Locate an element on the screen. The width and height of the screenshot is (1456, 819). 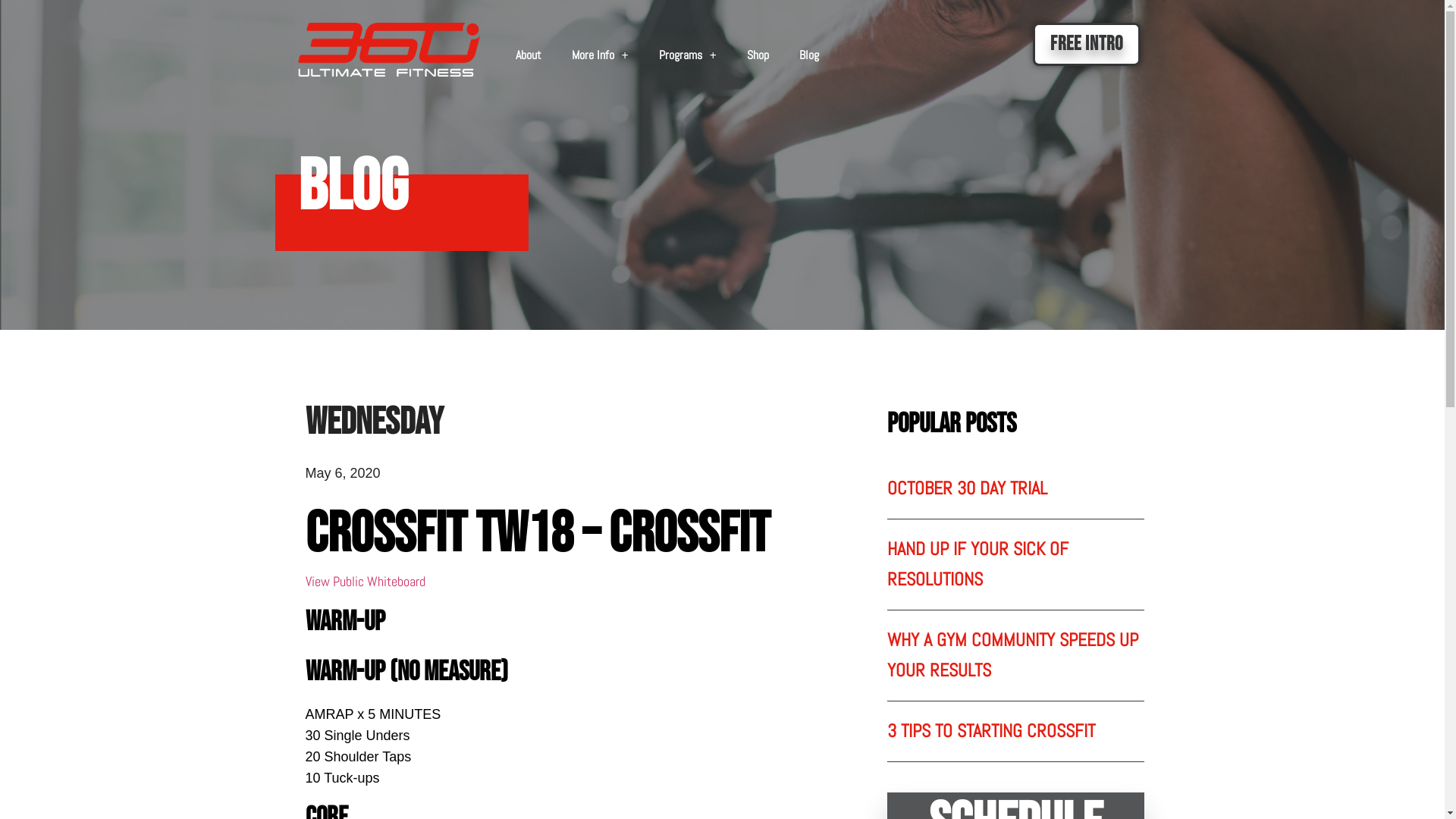
'Programs' is located at coordinates (687, 55).